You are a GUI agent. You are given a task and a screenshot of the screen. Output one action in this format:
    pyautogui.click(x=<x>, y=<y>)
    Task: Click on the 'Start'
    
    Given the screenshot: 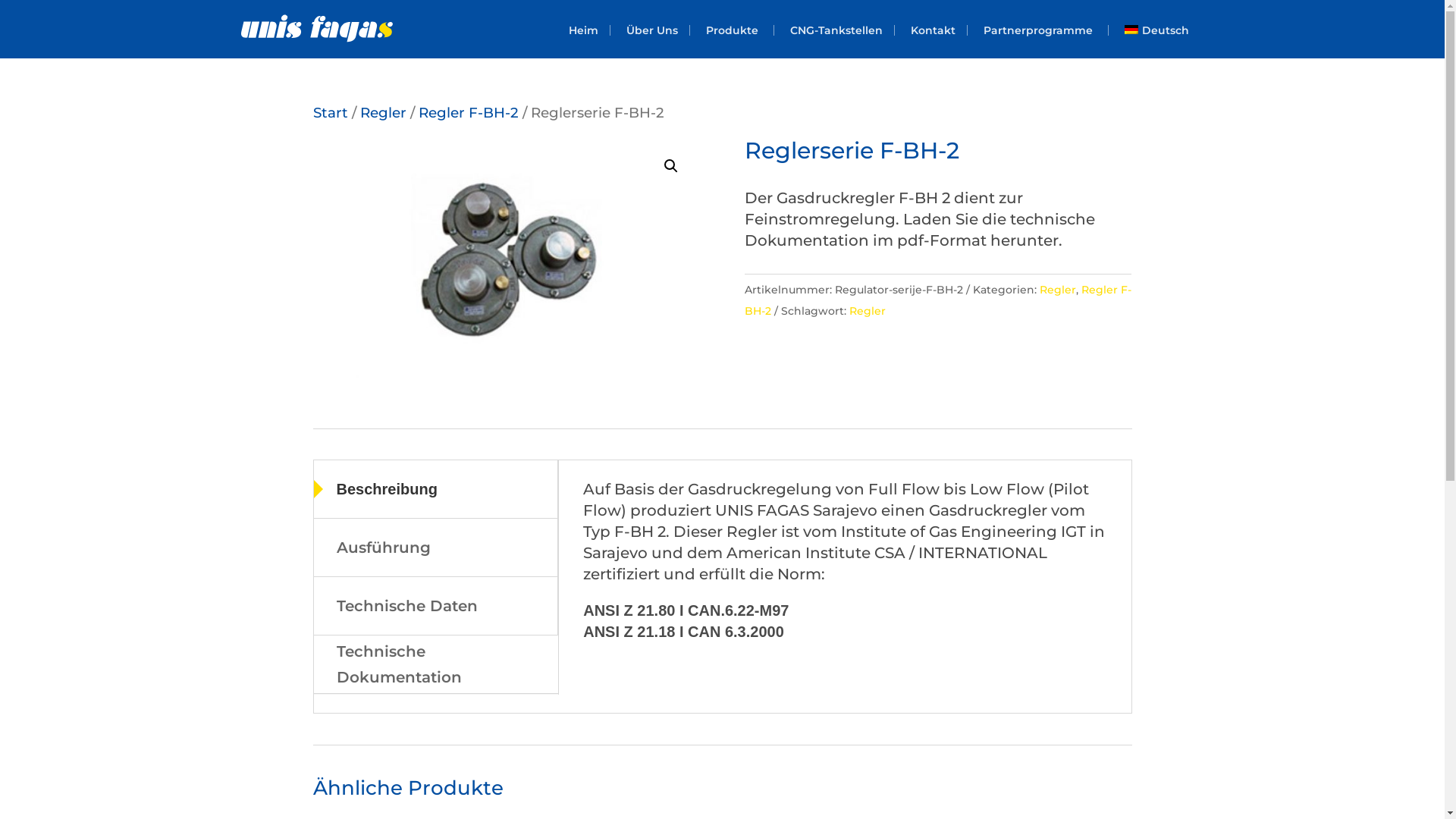 What is the action you would take?
    pyautogui.click(x=329, y=111)
    